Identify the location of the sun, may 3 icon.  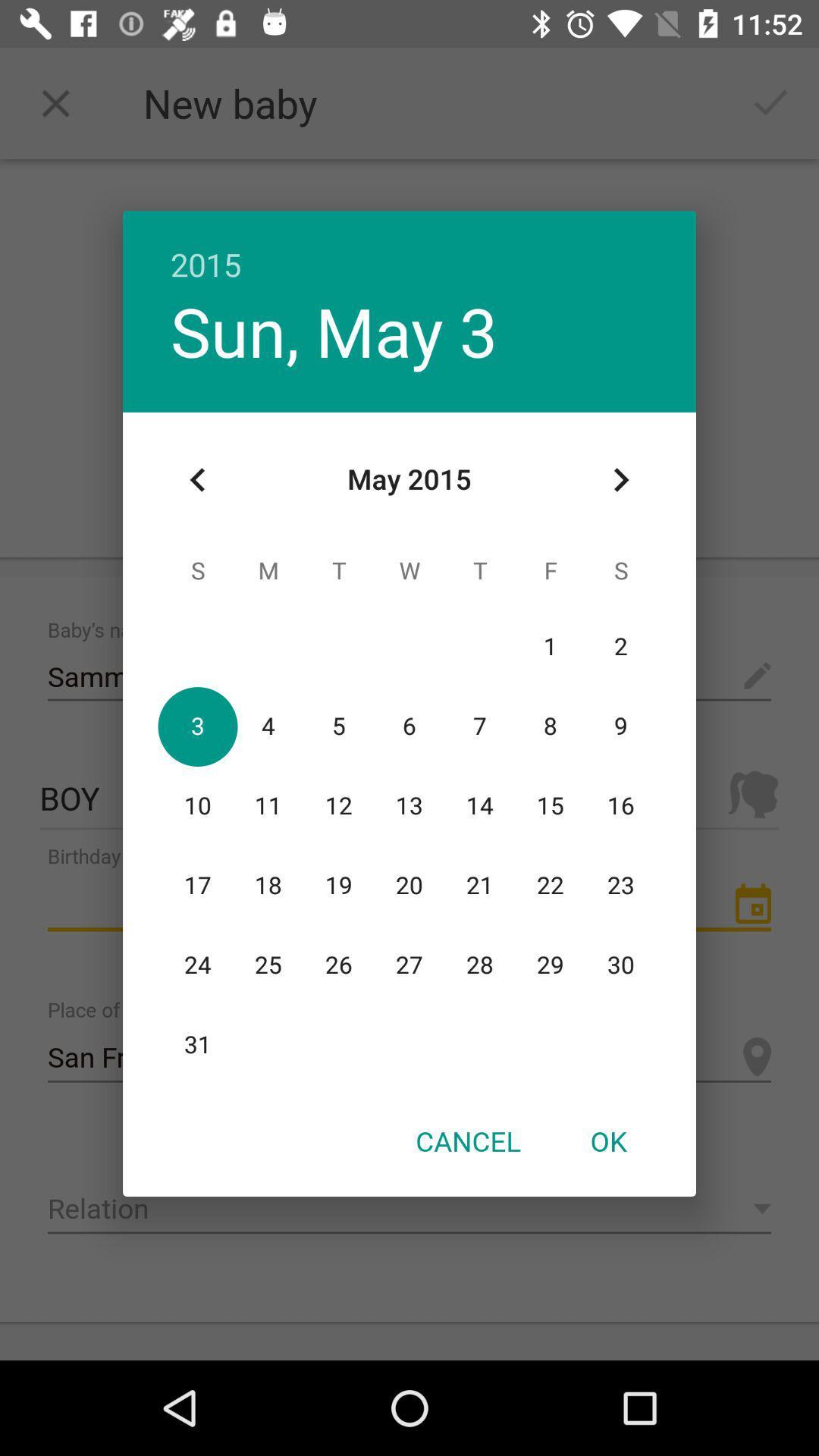
(333, 330).